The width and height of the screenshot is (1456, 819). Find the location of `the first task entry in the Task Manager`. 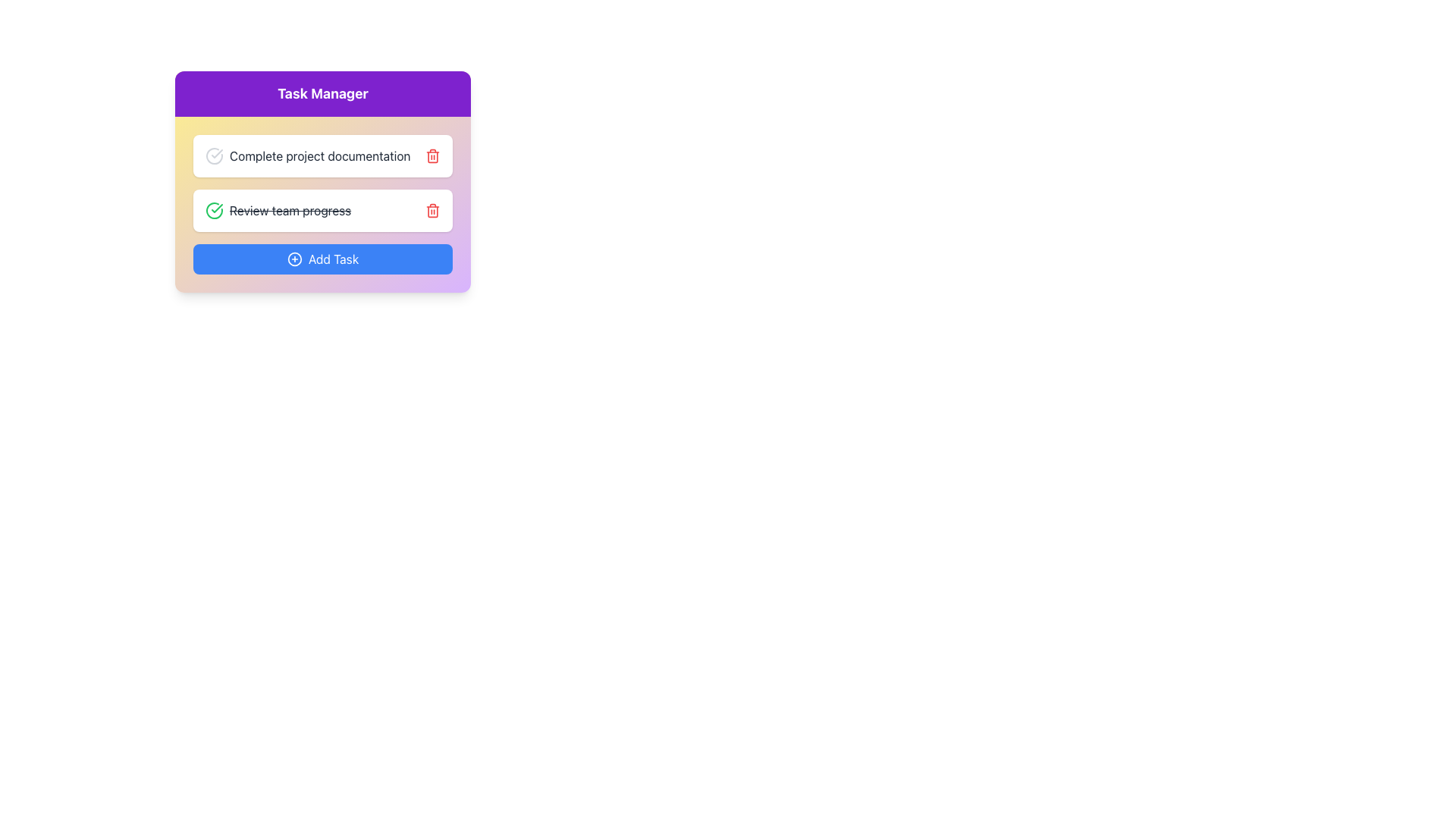

the first task entry in the Task Manager is located at coordinates (307, 155).